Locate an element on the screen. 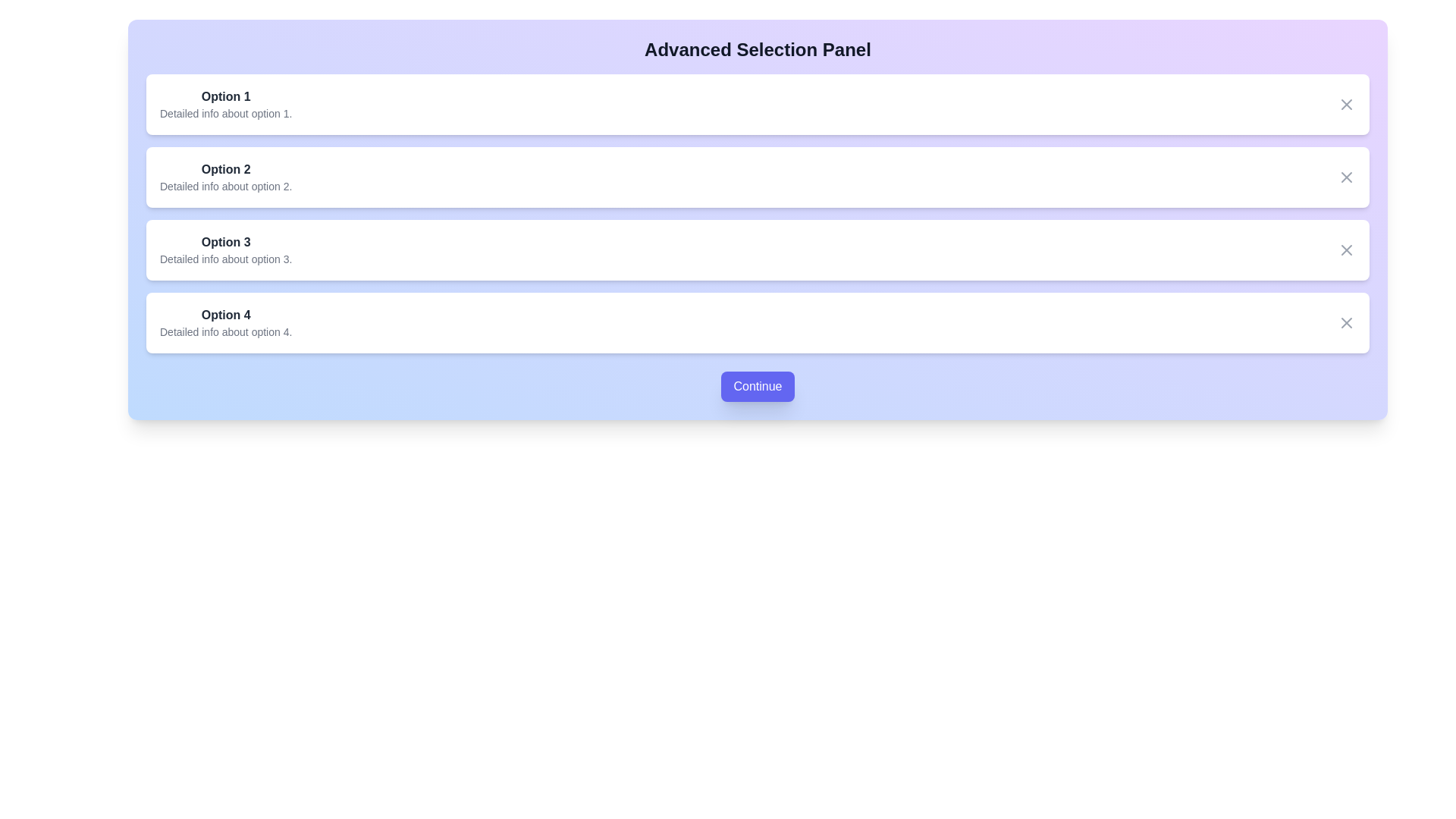 The height and width of the screenshot is (819, 1456). the 'X' icon button in the top-right corner of 'Option 1' is located at coordinates (1347, 104).